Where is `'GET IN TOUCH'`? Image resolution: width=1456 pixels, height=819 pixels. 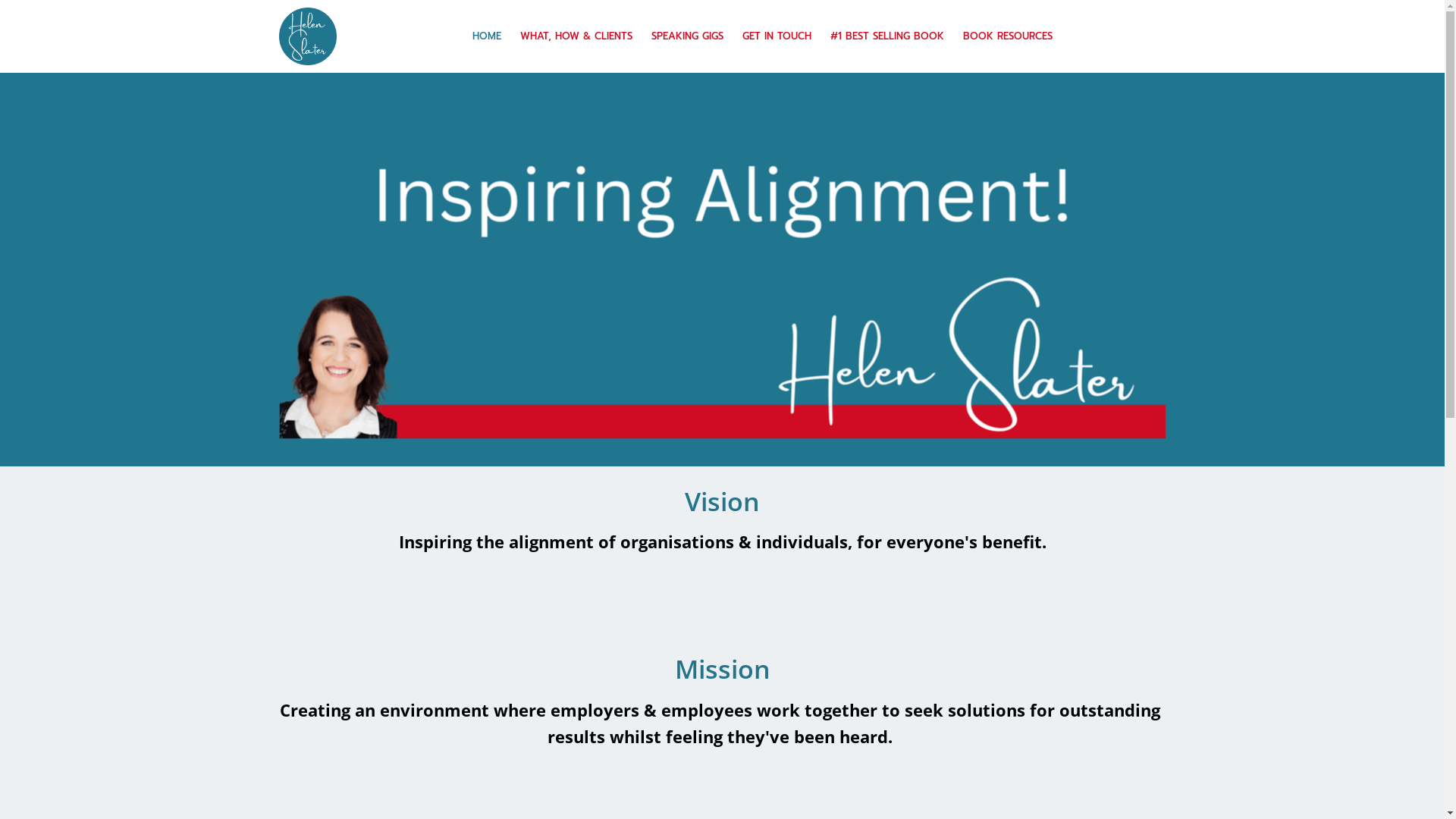 'GET IN TOUCH' is located at coordinates (777, 35).